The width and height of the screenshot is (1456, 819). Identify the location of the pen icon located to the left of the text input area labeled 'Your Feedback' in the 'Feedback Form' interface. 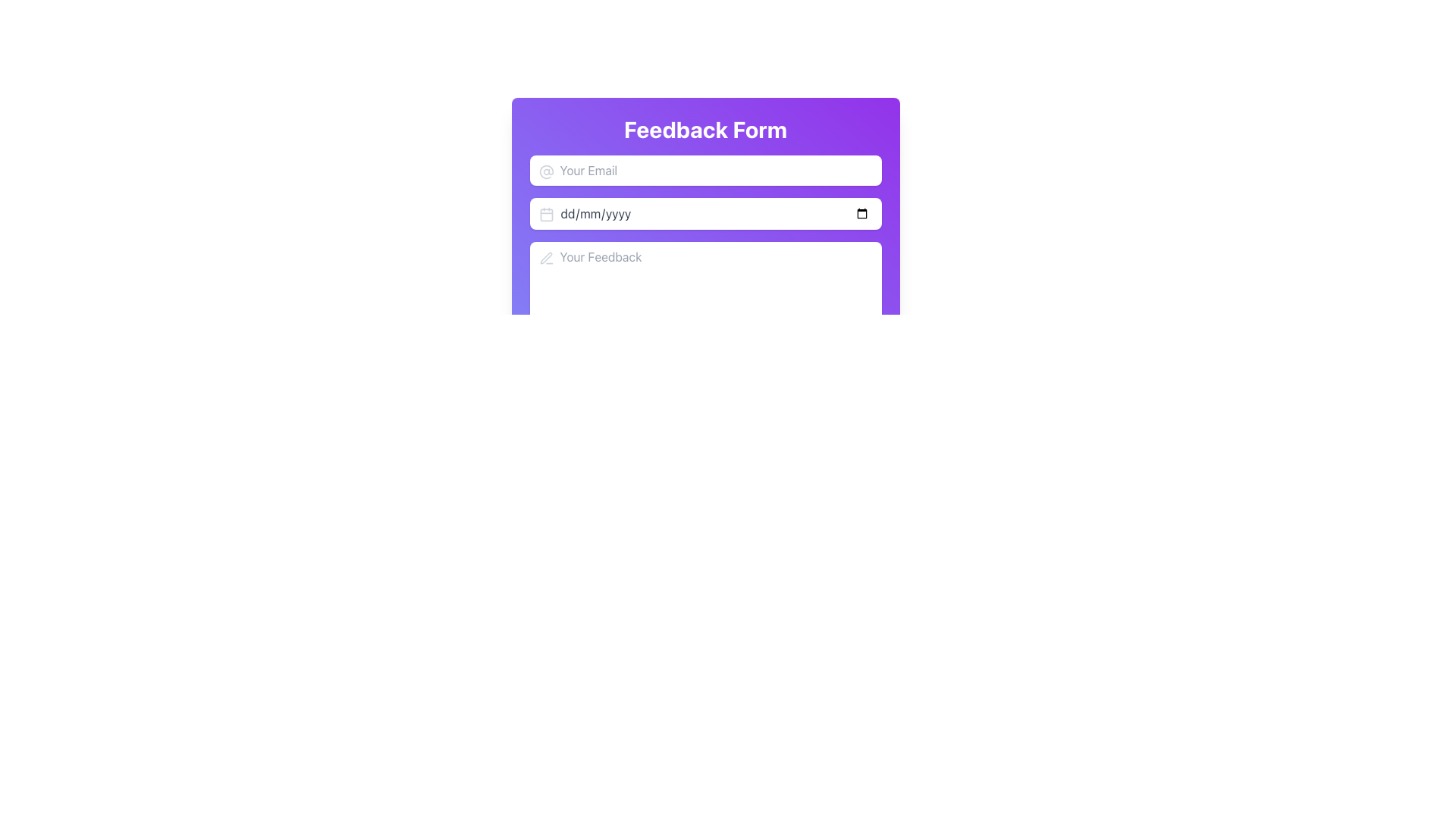
(546, 257).